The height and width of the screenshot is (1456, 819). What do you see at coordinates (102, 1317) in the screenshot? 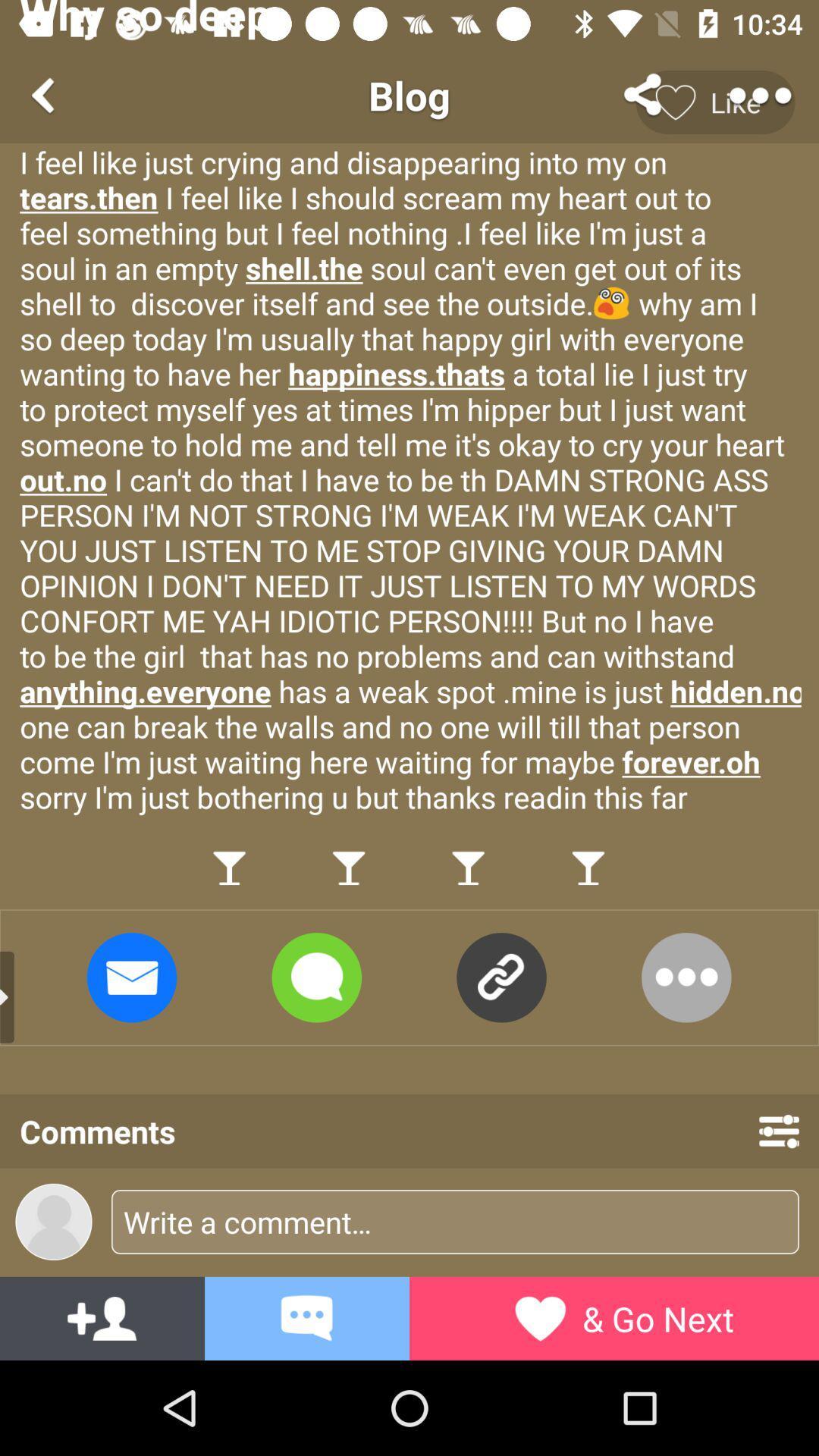
I see `the font icon` at bounding box center [102, 1317].